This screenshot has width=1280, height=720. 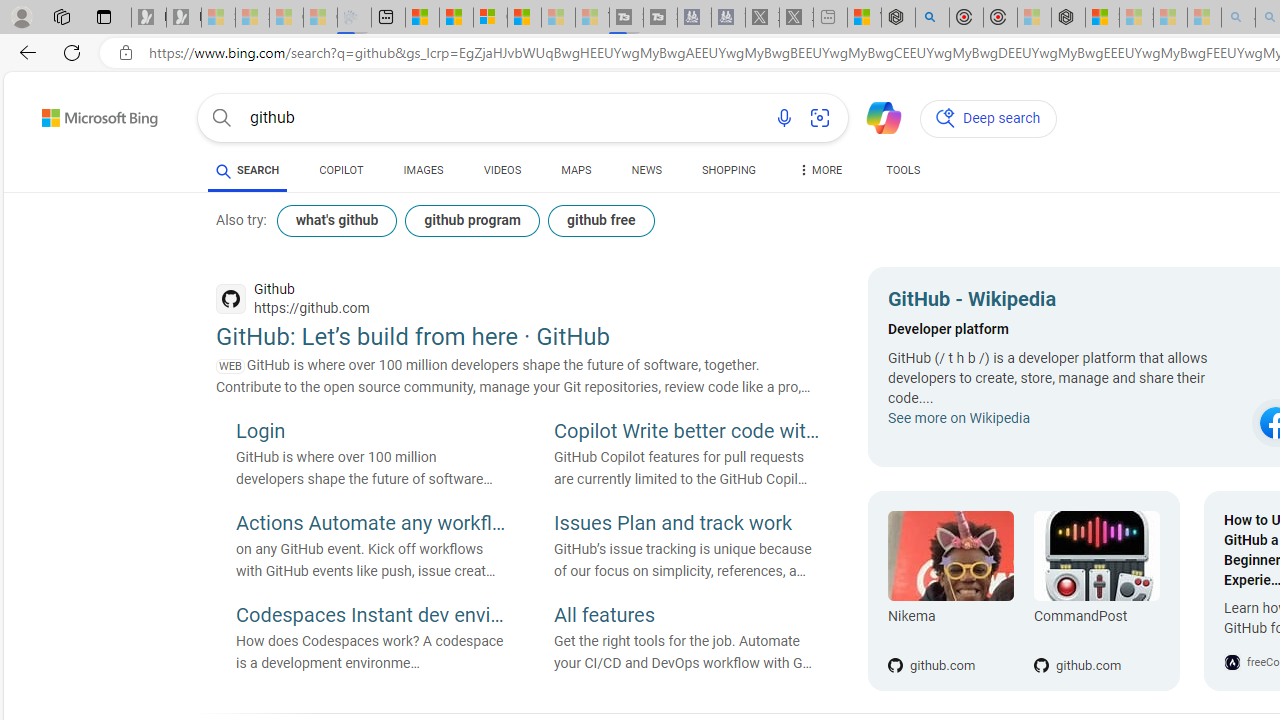 What do you see at coordinates (86, 114) in the screenshot?
I see `'Back to Bing search'` at bounding box center [86, 114].